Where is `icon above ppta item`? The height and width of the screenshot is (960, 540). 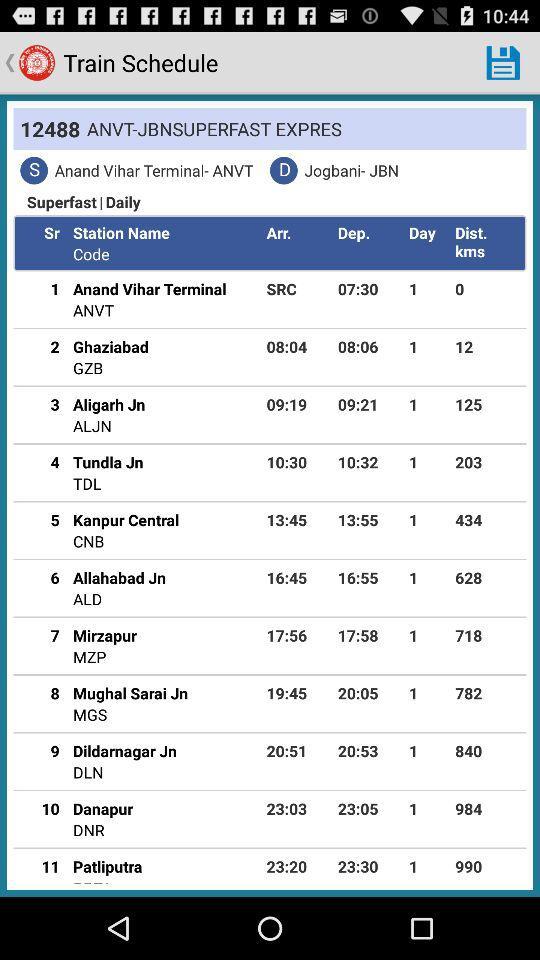 icon above ppta item is located at coordinates (107, 865).